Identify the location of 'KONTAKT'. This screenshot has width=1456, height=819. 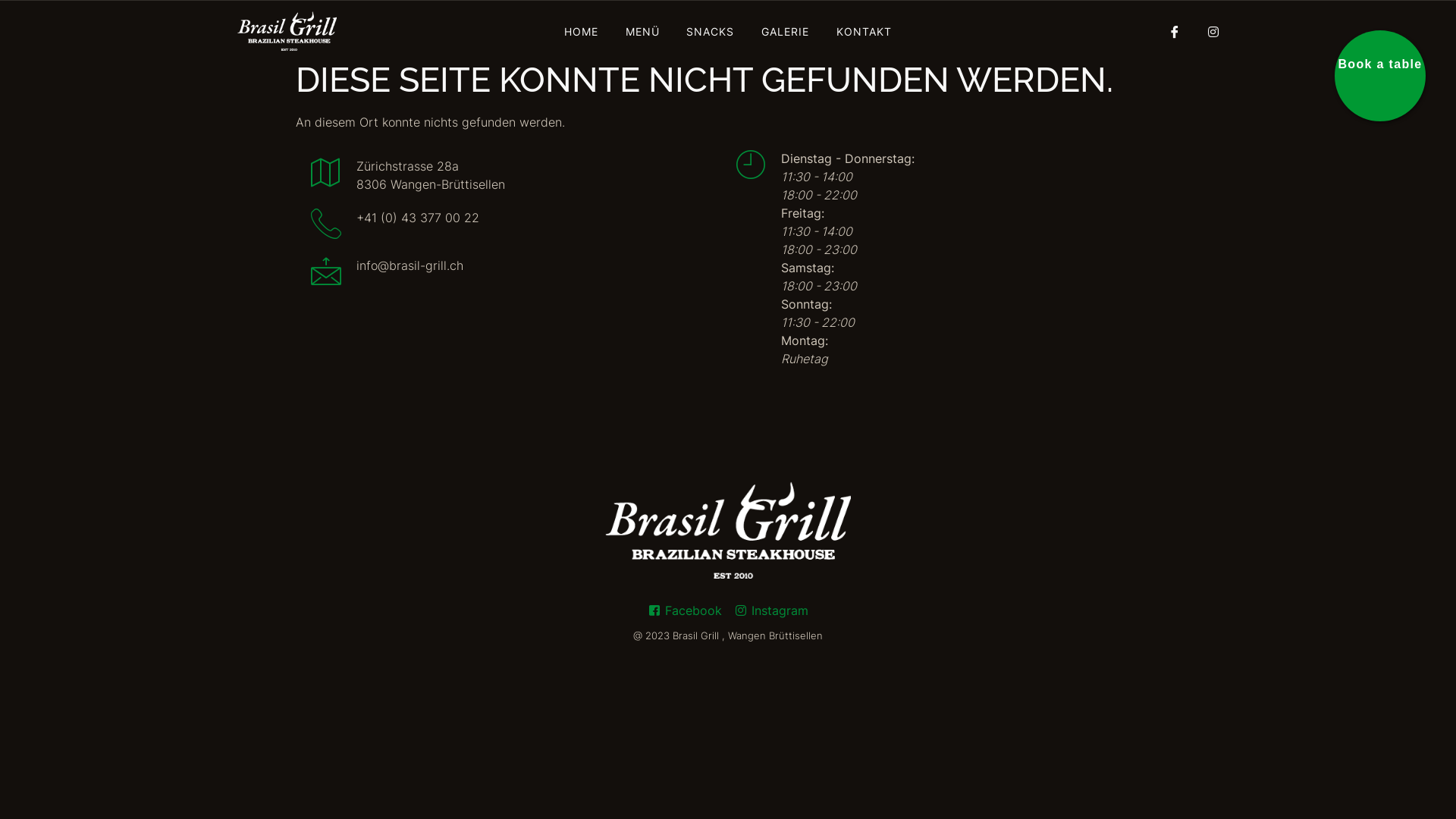
(864, 31).